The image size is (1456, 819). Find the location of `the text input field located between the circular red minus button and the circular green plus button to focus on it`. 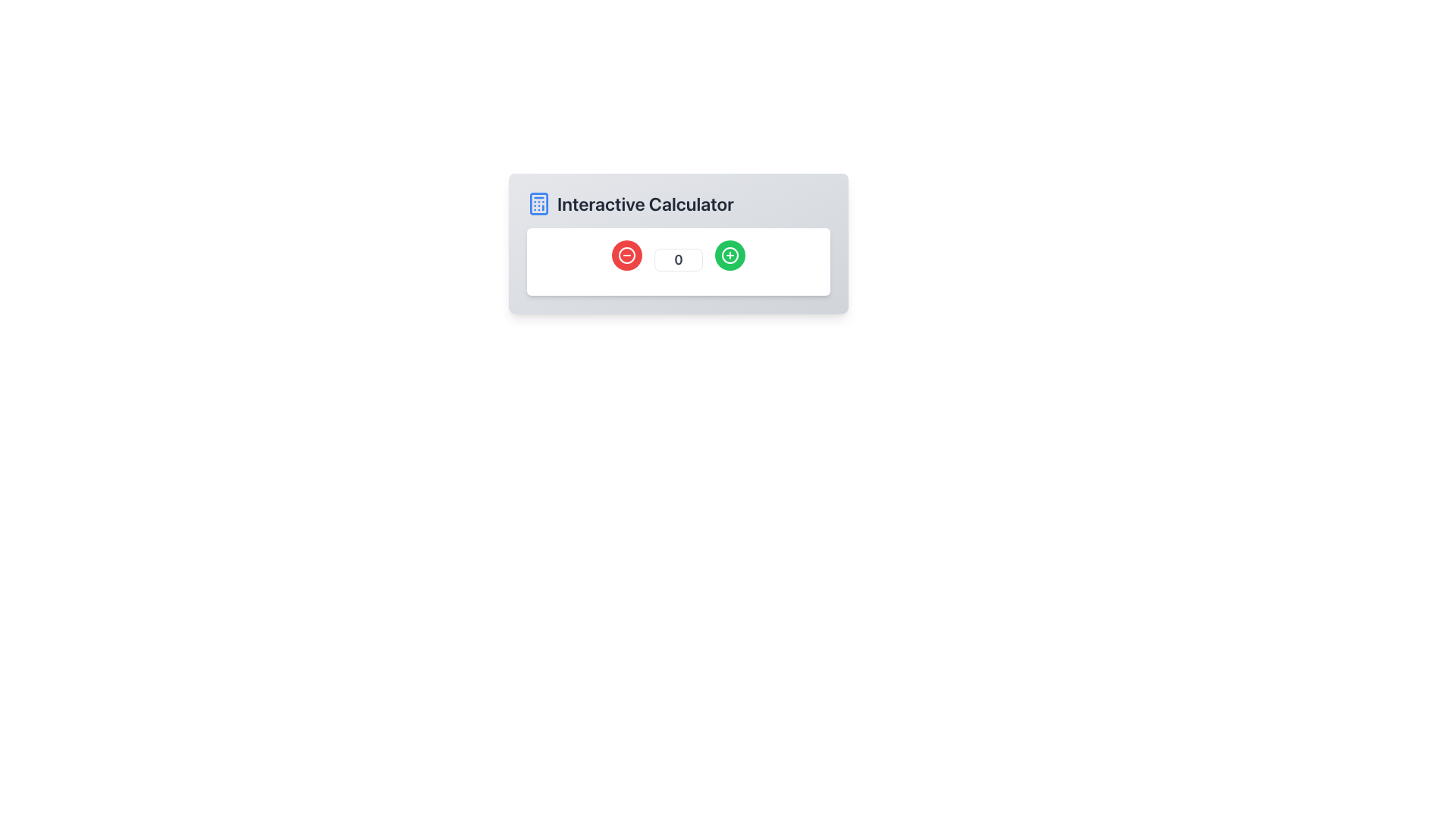

the text input field located between the circular red minus button and the circular green plus button to focus on it is located at coordinates (677, 255).